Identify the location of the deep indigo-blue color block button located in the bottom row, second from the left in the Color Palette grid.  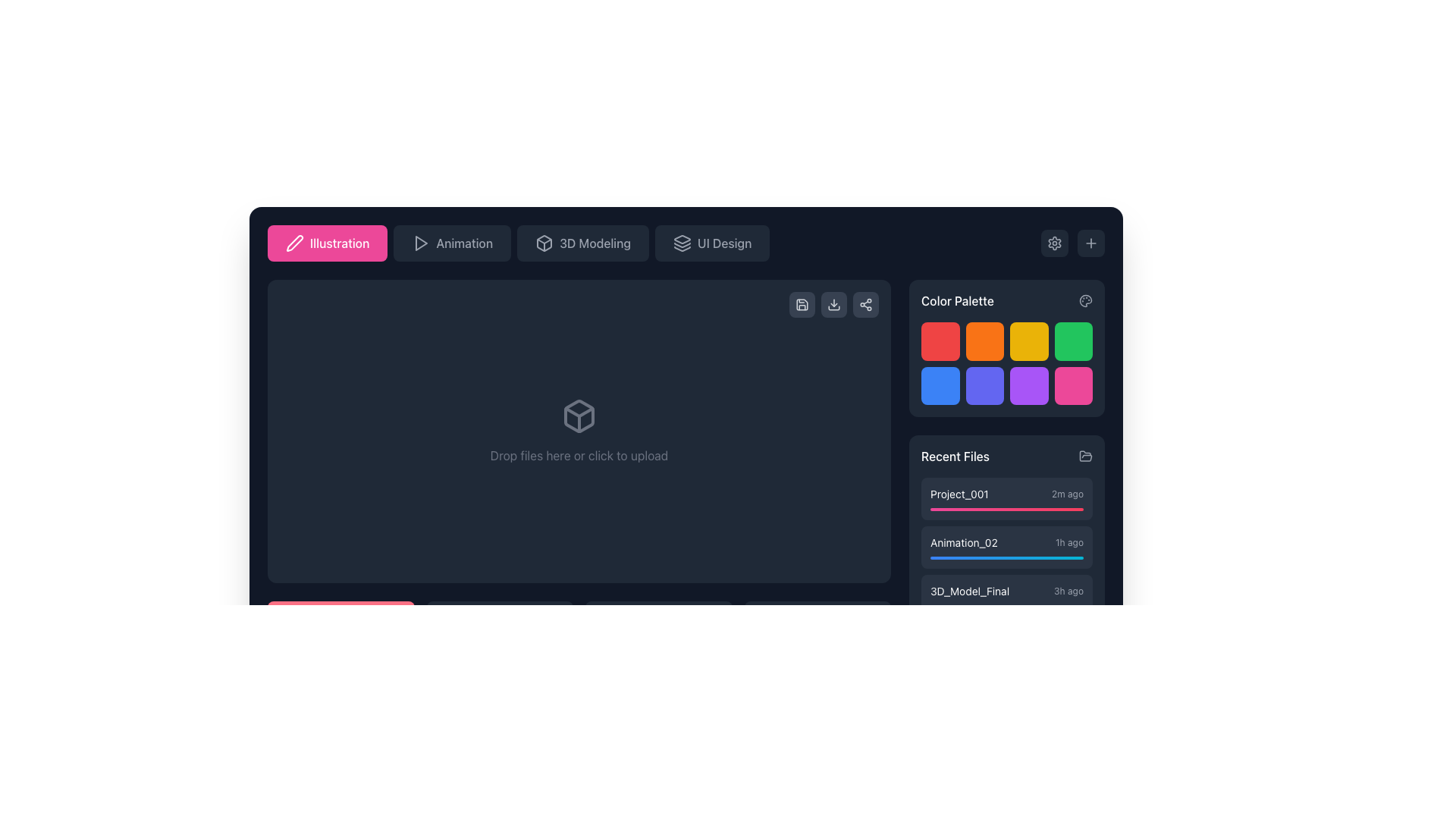
(984, 384).